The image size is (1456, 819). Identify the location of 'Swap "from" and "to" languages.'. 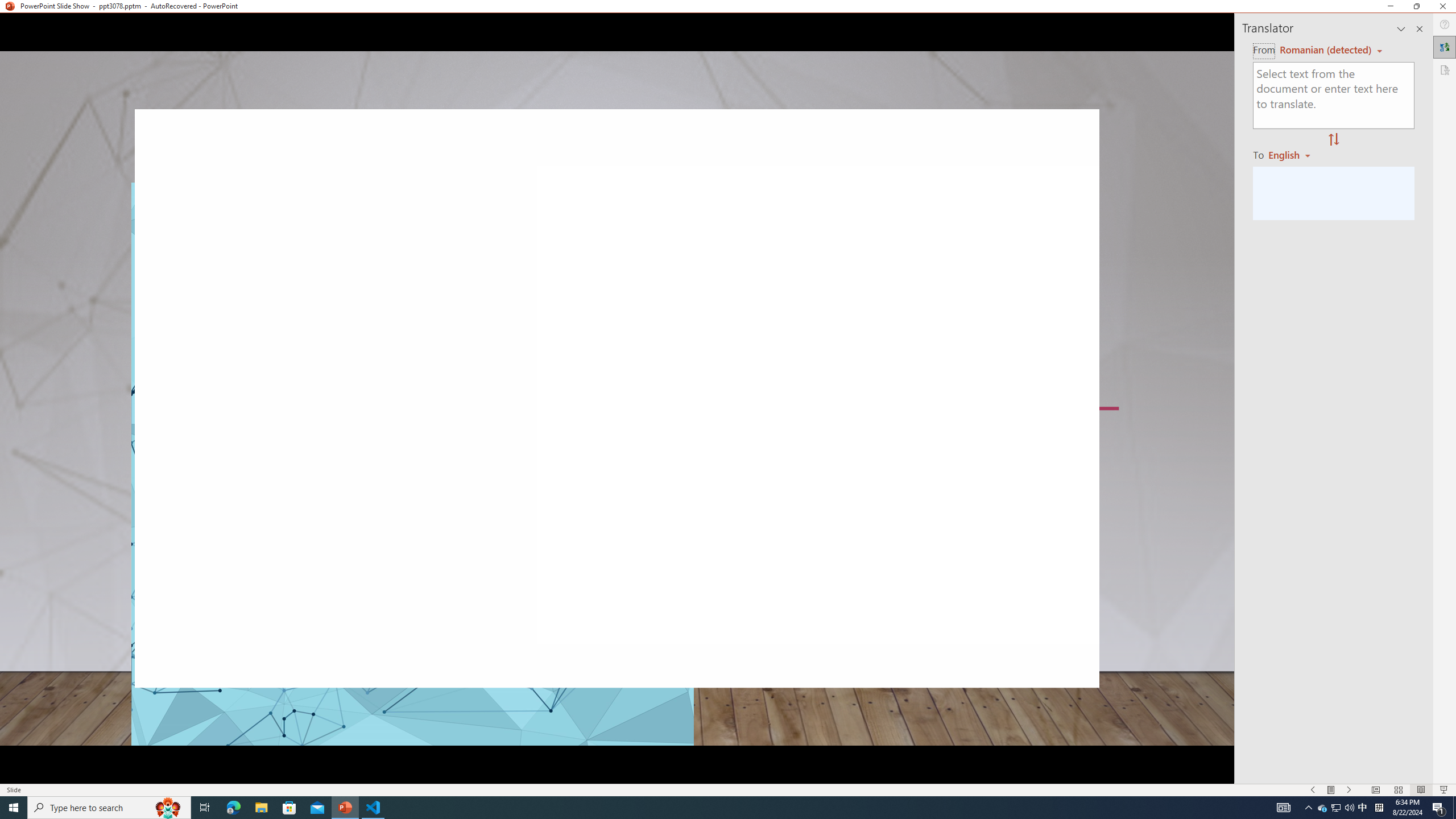
(1333, 139).